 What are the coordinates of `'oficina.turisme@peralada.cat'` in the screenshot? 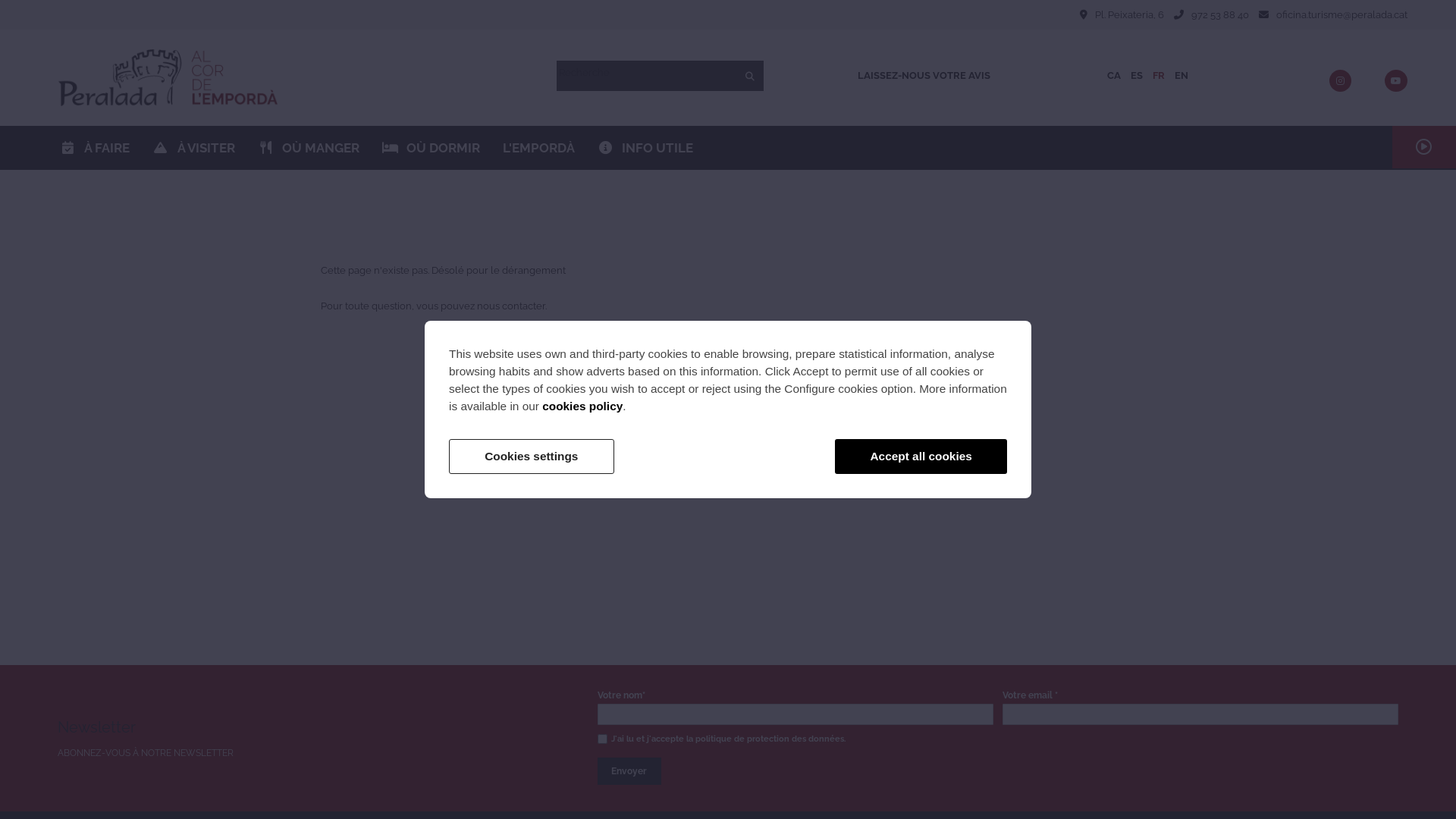 It's located at (1341, 14).